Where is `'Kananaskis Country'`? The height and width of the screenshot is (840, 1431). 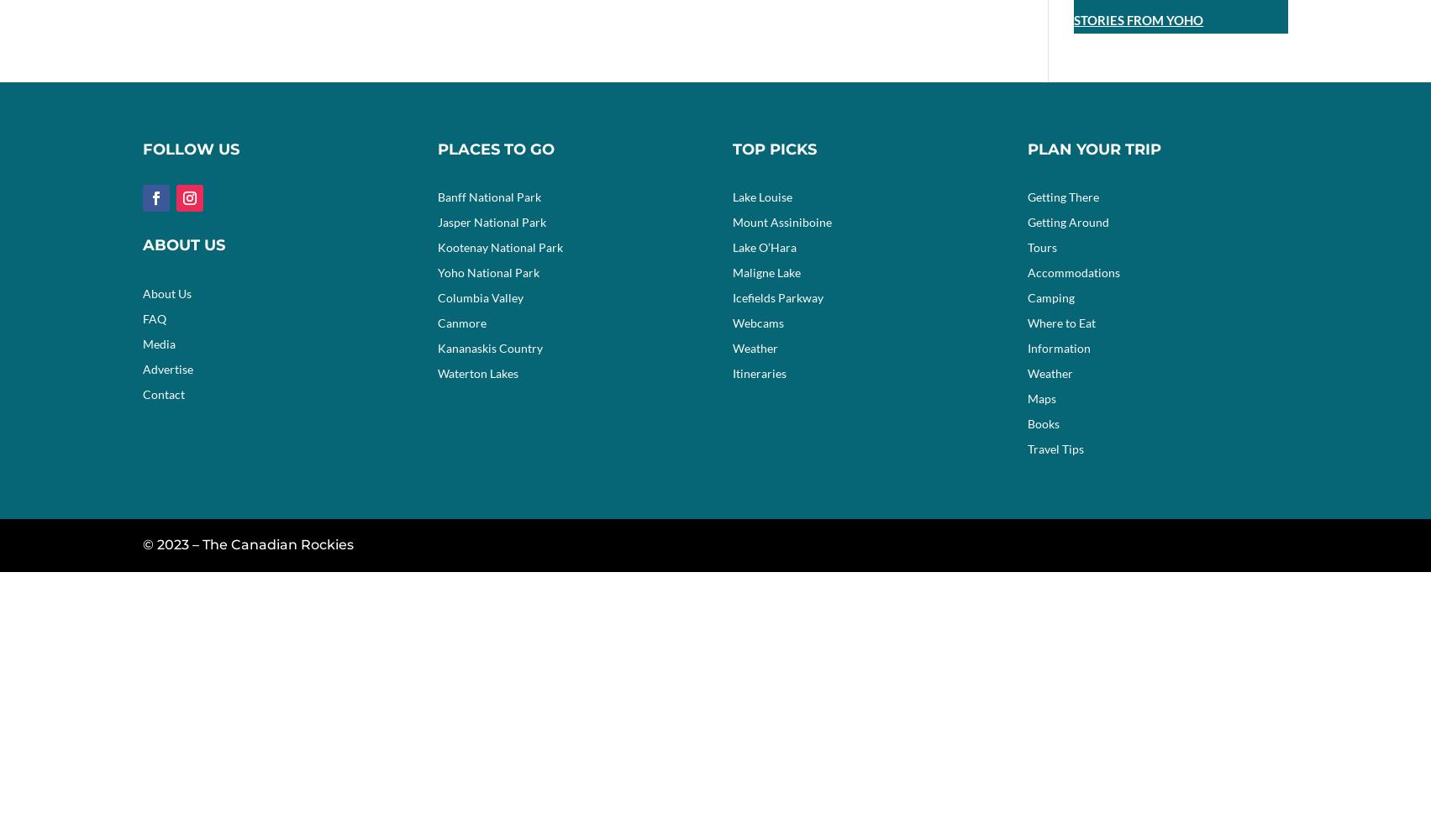
'Kananaskis Country' is located at coordinates (489, 348).